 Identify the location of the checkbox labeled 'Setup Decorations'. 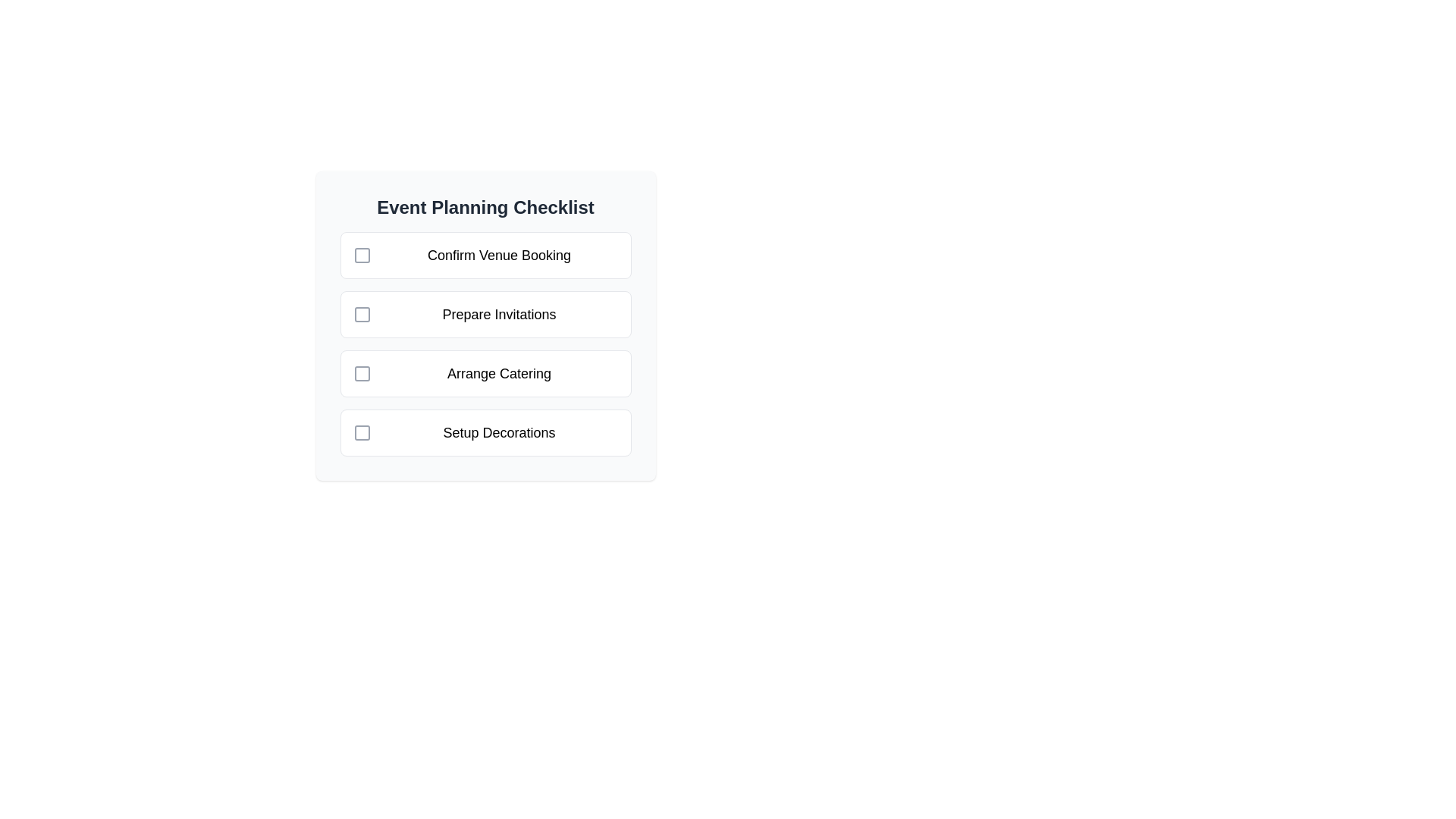
(485, 432).